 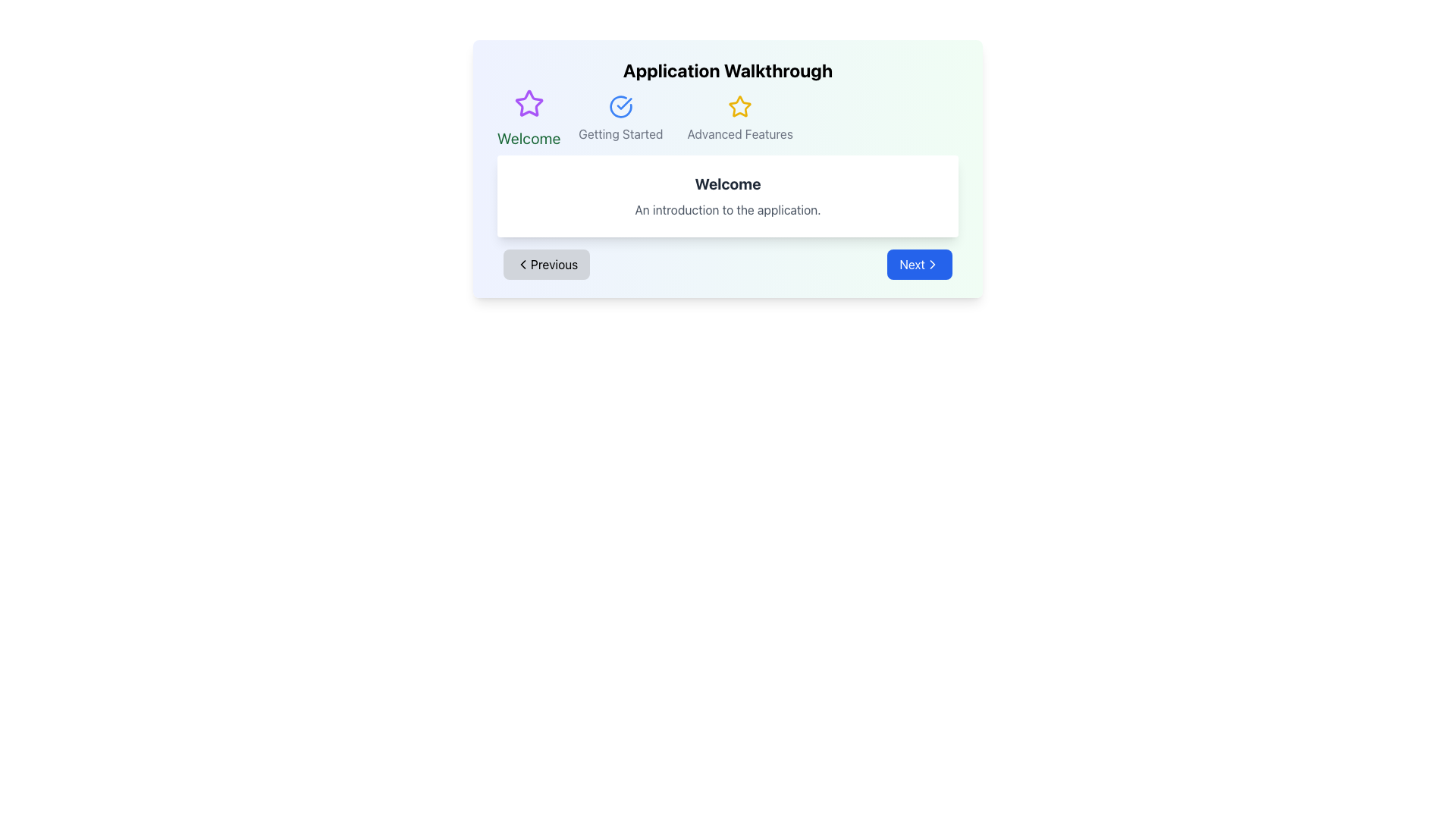 I want to click on the 'Advanced Features' element, which consists of a yellow star icon and a gray text label, so click(x=739, y=118).